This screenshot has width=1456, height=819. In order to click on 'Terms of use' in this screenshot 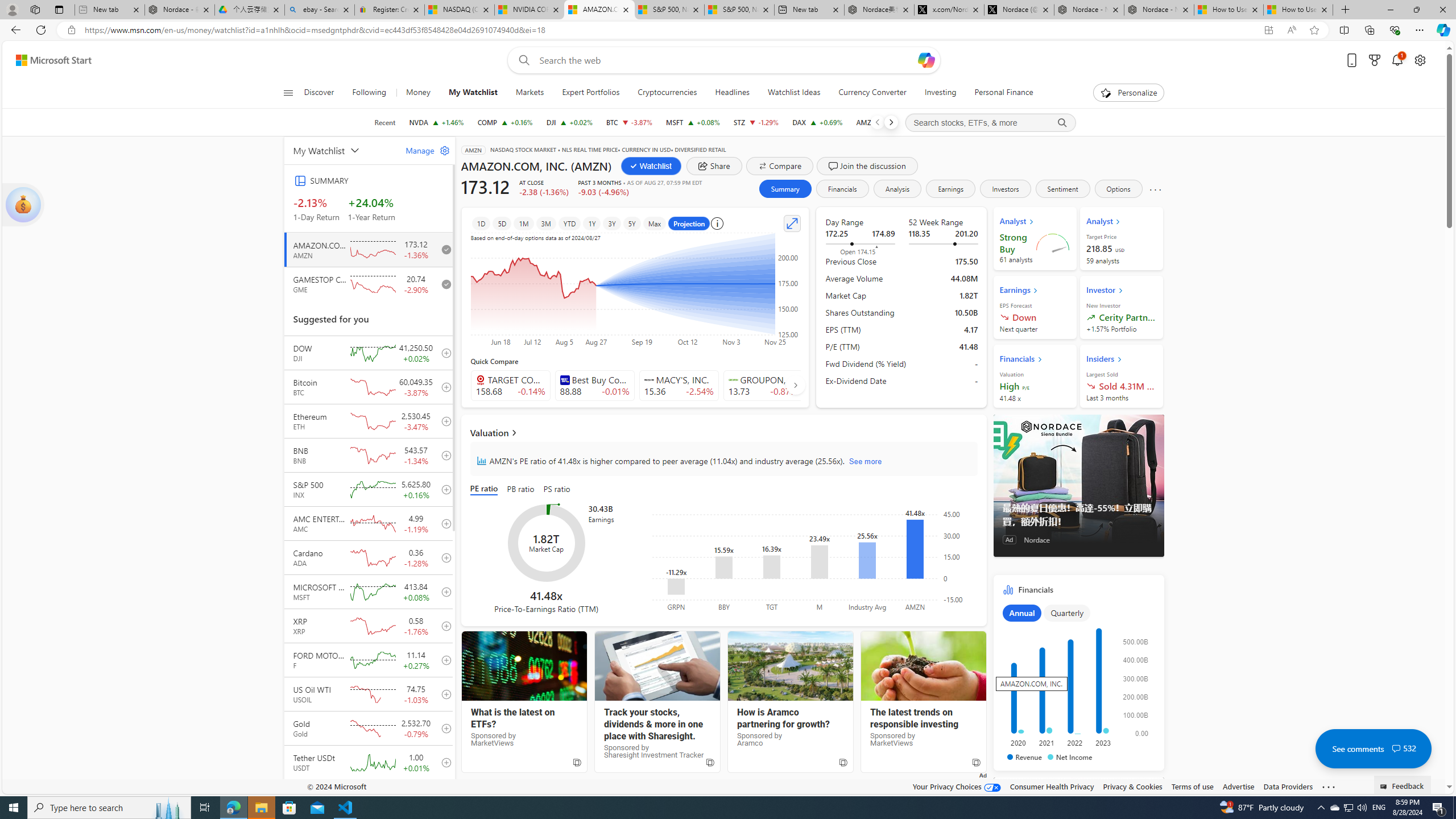, I will do `click(1192, 786)`.